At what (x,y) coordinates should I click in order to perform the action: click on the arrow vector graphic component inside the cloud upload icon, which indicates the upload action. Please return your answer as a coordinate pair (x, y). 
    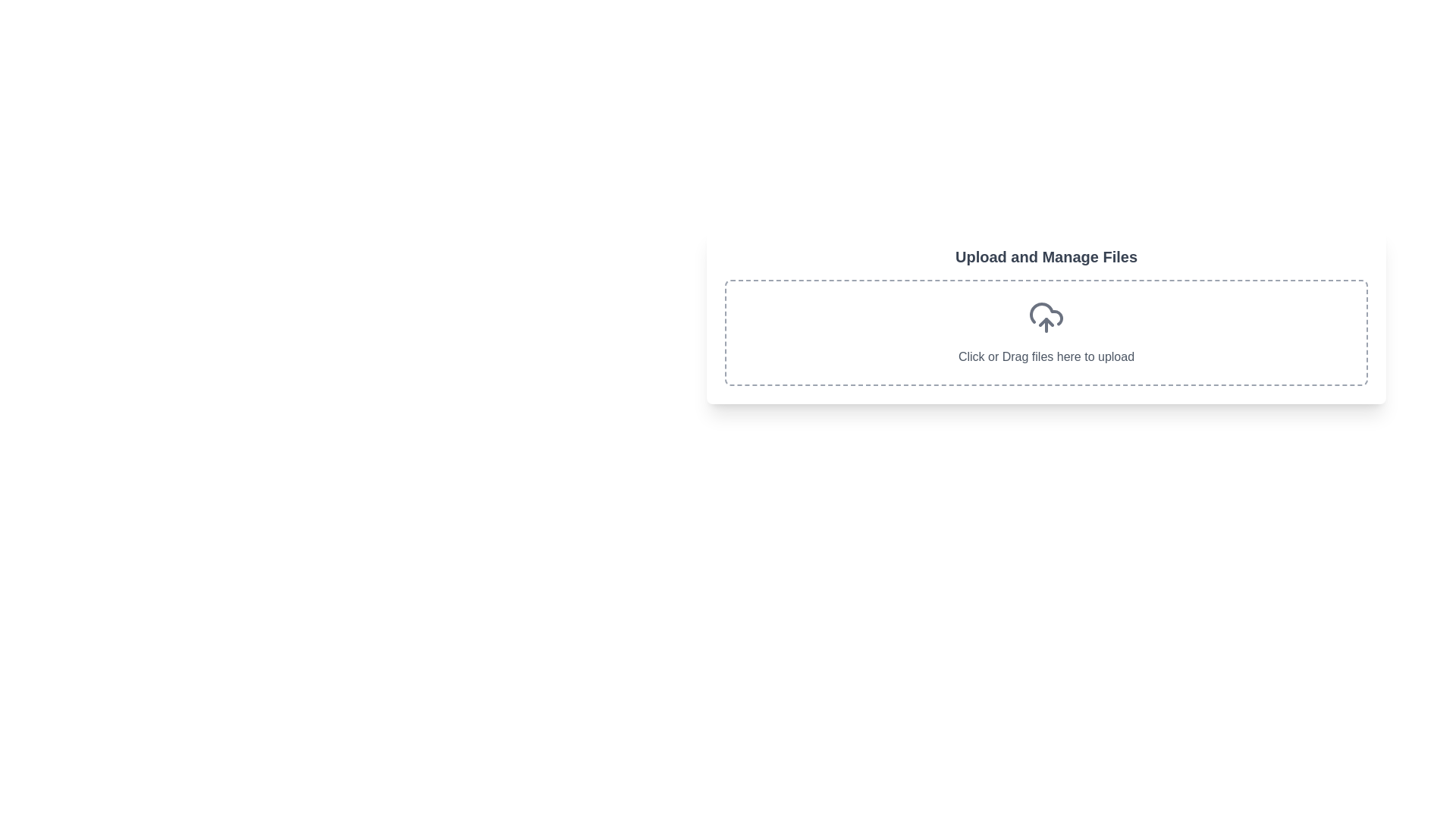
    Looking at the image, I should click on (1046, 321).